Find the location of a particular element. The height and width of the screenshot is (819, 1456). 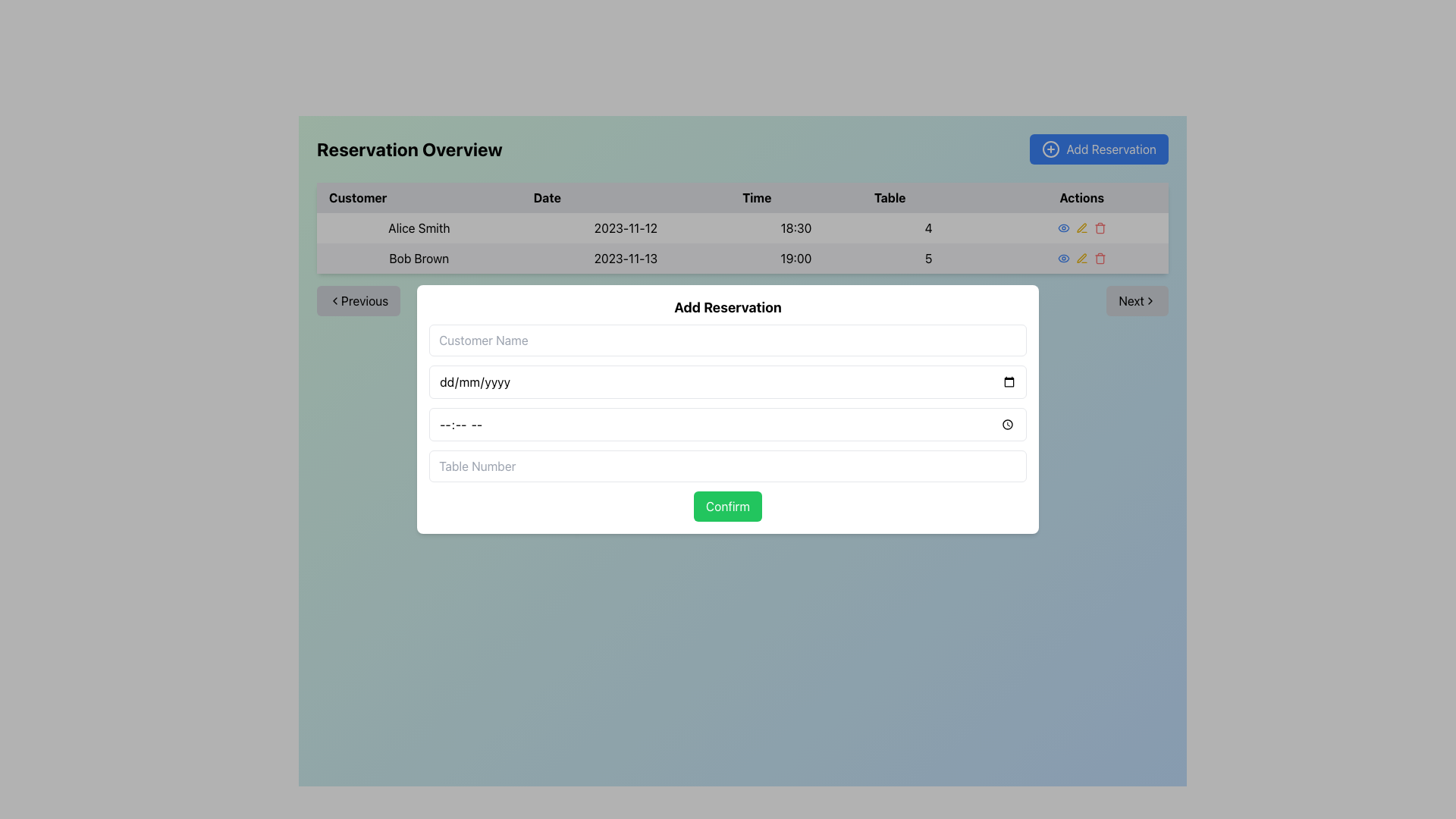

the yellow pencil icon button is located at coordinates (1081, 257).